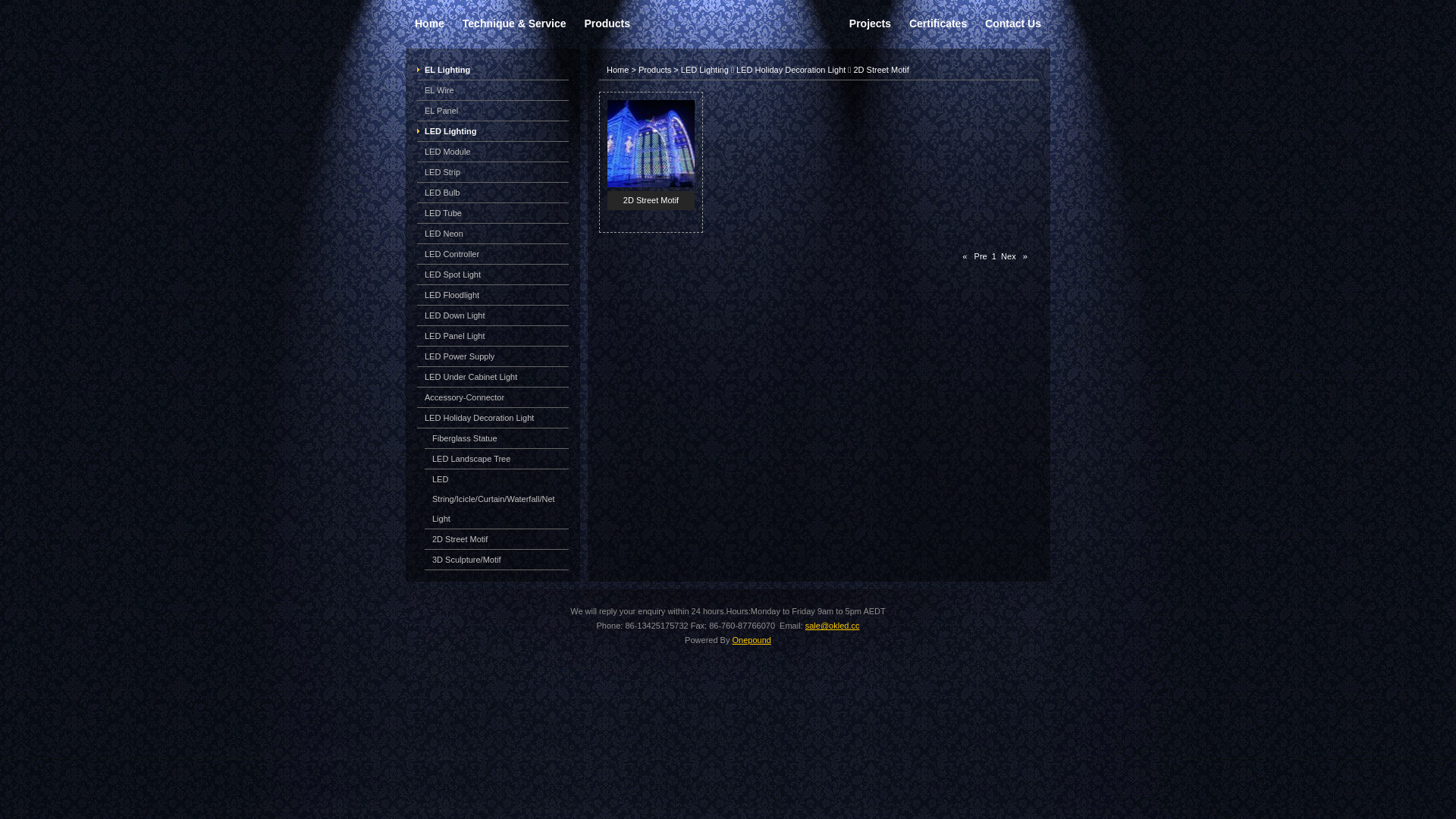 The width and height of the screenshot is (1456, 819). What do you see at coordinates (425, 295) in the screenshot?
I see `'LED Floodlight'` at bounding box center [425, 295].